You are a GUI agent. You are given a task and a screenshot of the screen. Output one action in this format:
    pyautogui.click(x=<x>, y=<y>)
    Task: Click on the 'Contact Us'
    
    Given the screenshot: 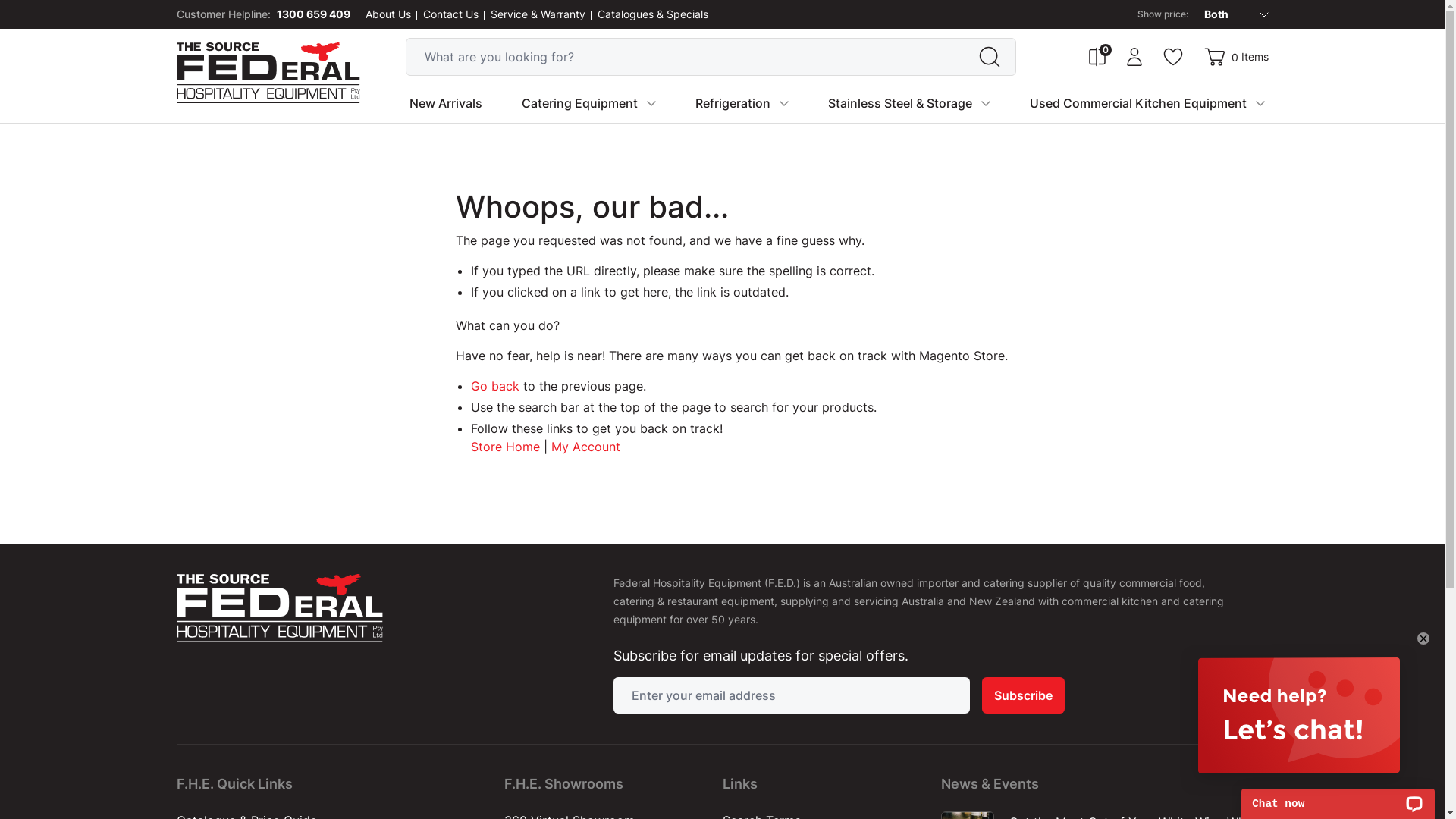 What is the action you would take?
    pyautogui.click(x=450, y=14)
    